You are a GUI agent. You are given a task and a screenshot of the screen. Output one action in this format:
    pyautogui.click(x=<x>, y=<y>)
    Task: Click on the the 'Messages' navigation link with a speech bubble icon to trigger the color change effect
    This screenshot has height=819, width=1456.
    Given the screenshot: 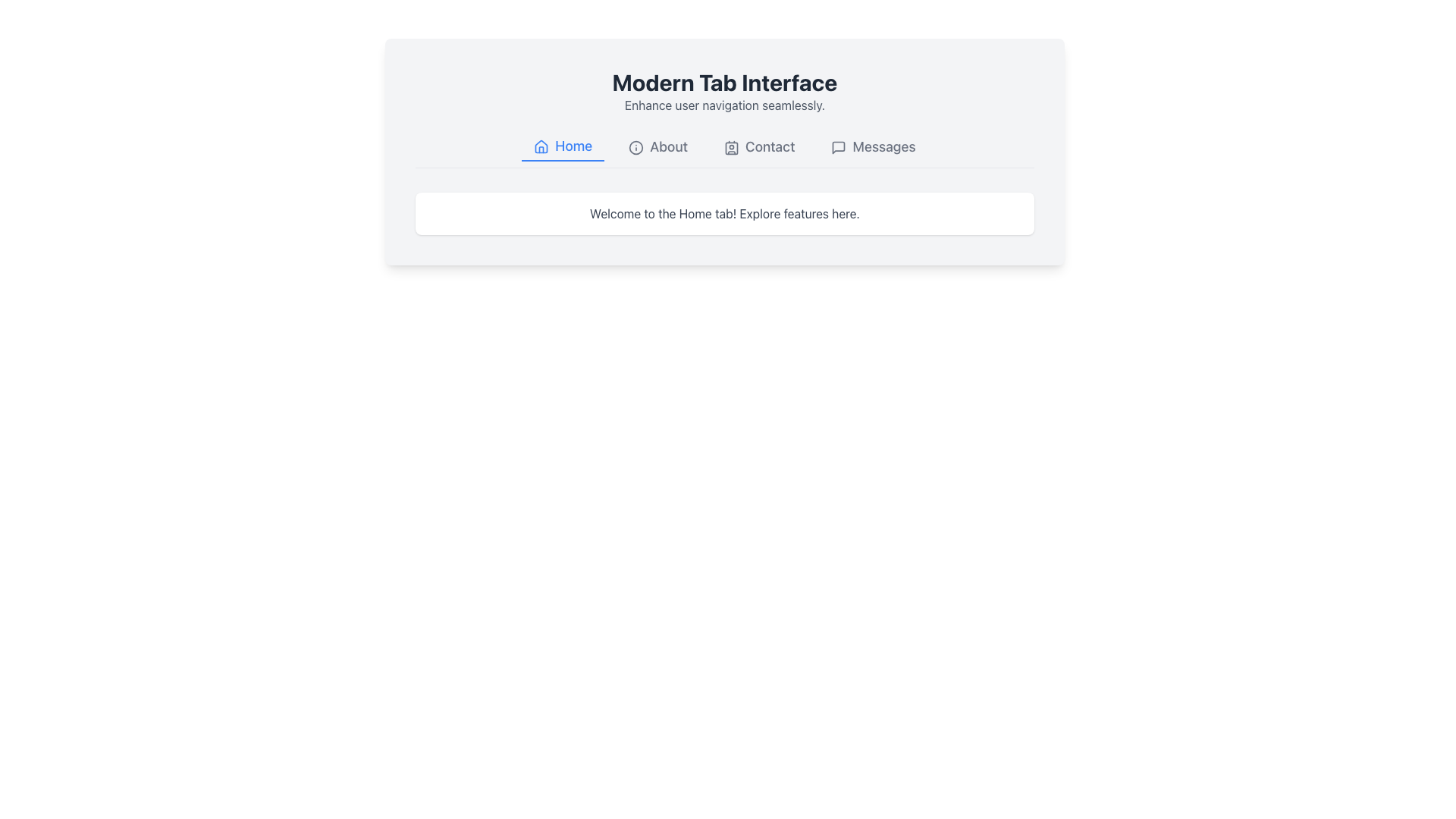 What is the action you would take?
    pyautogui.click(x=874, y=146)
    